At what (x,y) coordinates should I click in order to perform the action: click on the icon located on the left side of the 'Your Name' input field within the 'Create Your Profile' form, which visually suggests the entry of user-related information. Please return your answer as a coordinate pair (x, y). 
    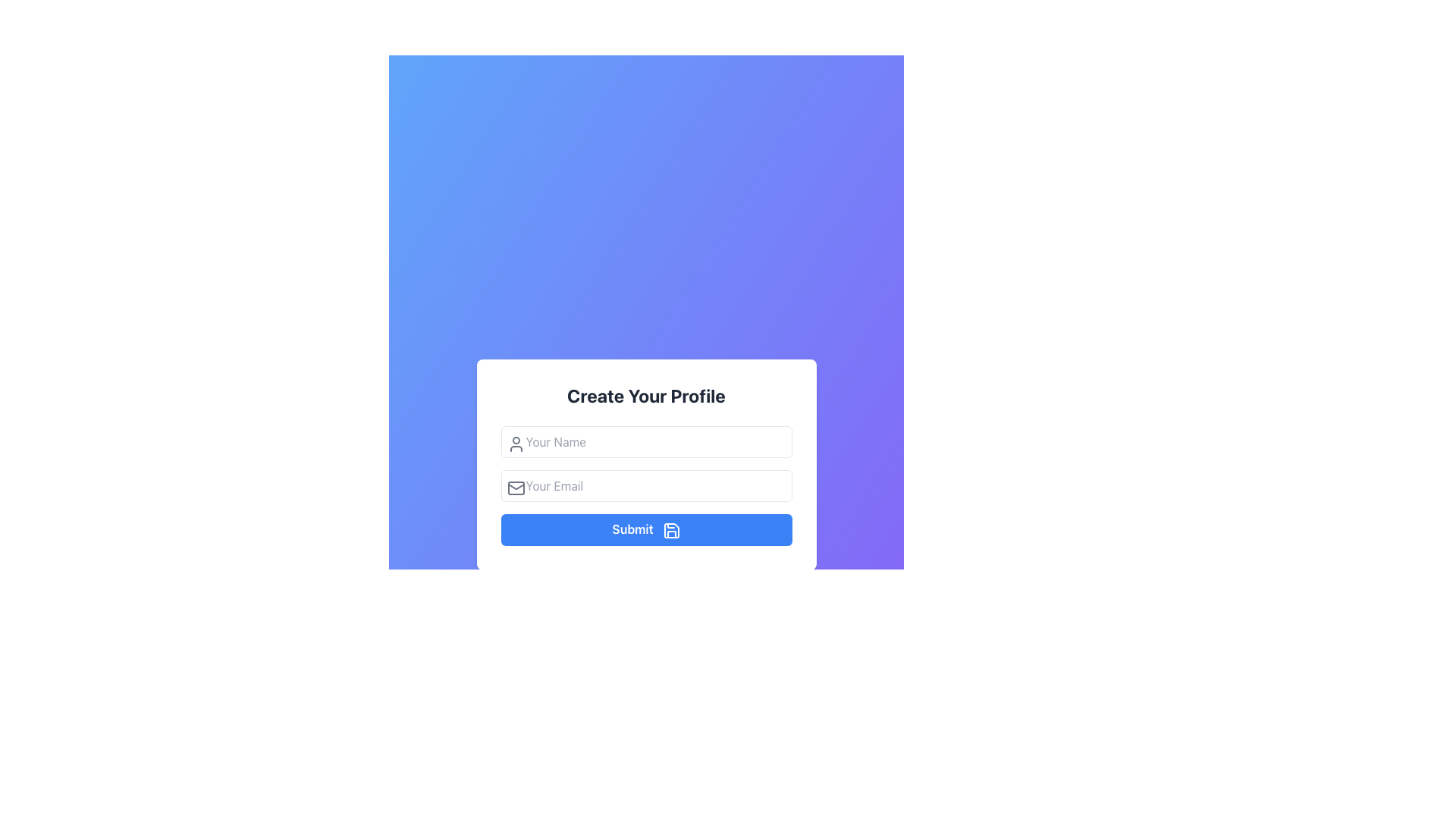
    Looking at the image, I should click on (516, 444).